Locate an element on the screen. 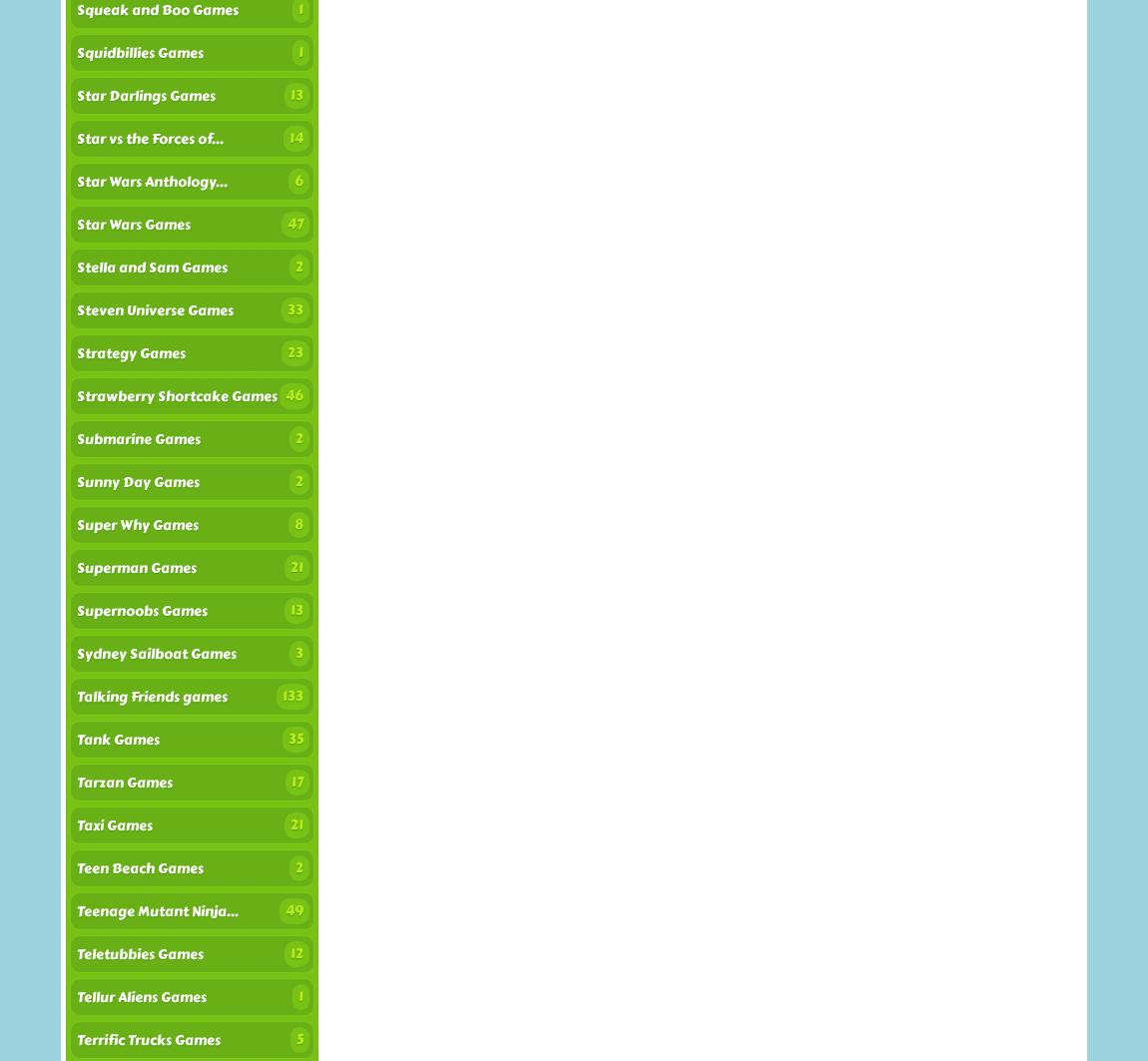 The height and width of the screenshot is (1061, 1148). 'Tarzan Games' is located at coordinates (124, 782).